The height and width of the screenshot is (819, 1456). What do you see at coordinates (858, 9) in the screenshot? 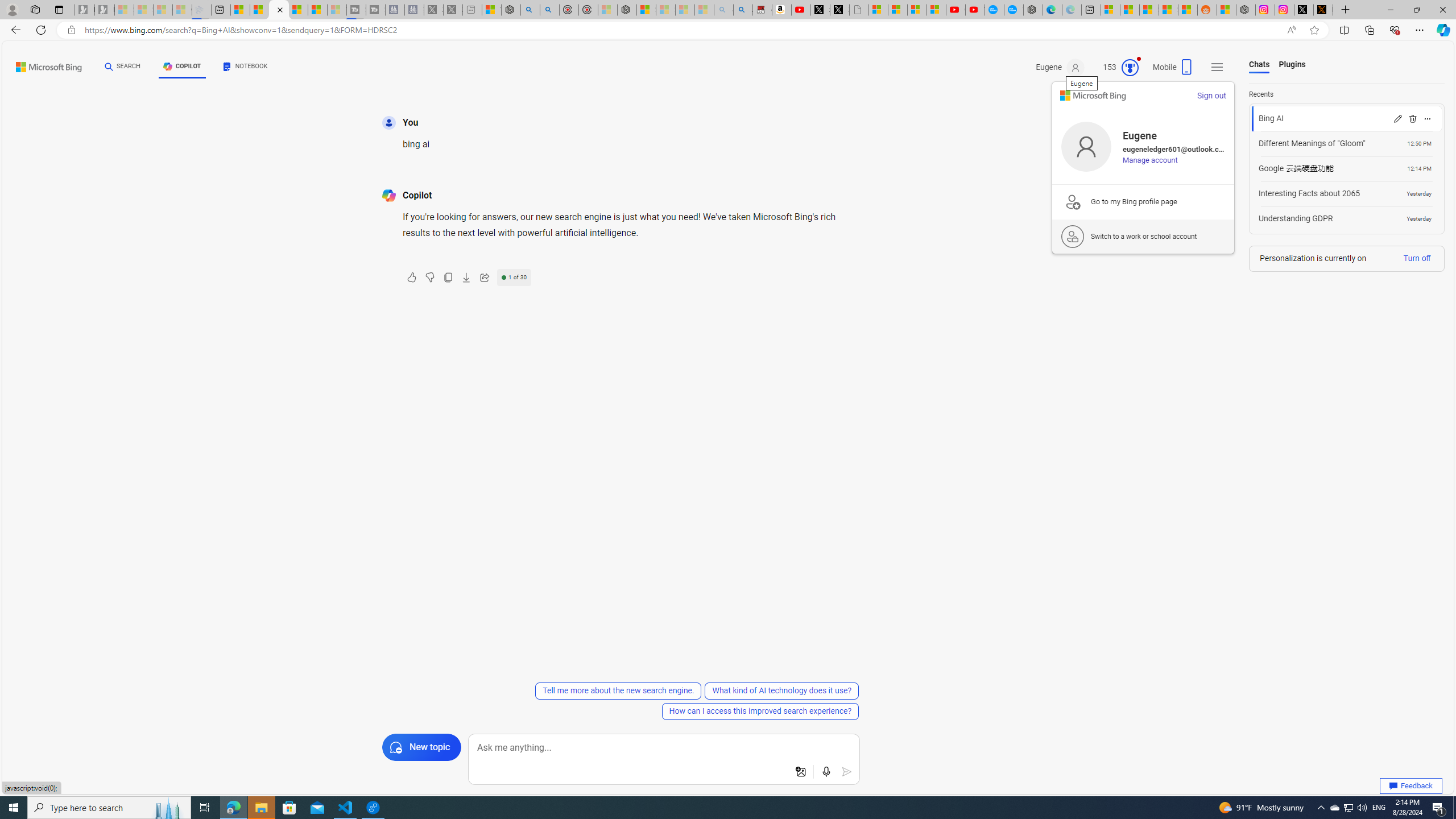
I see `'Untitled'` at bounding box center [858, 9].